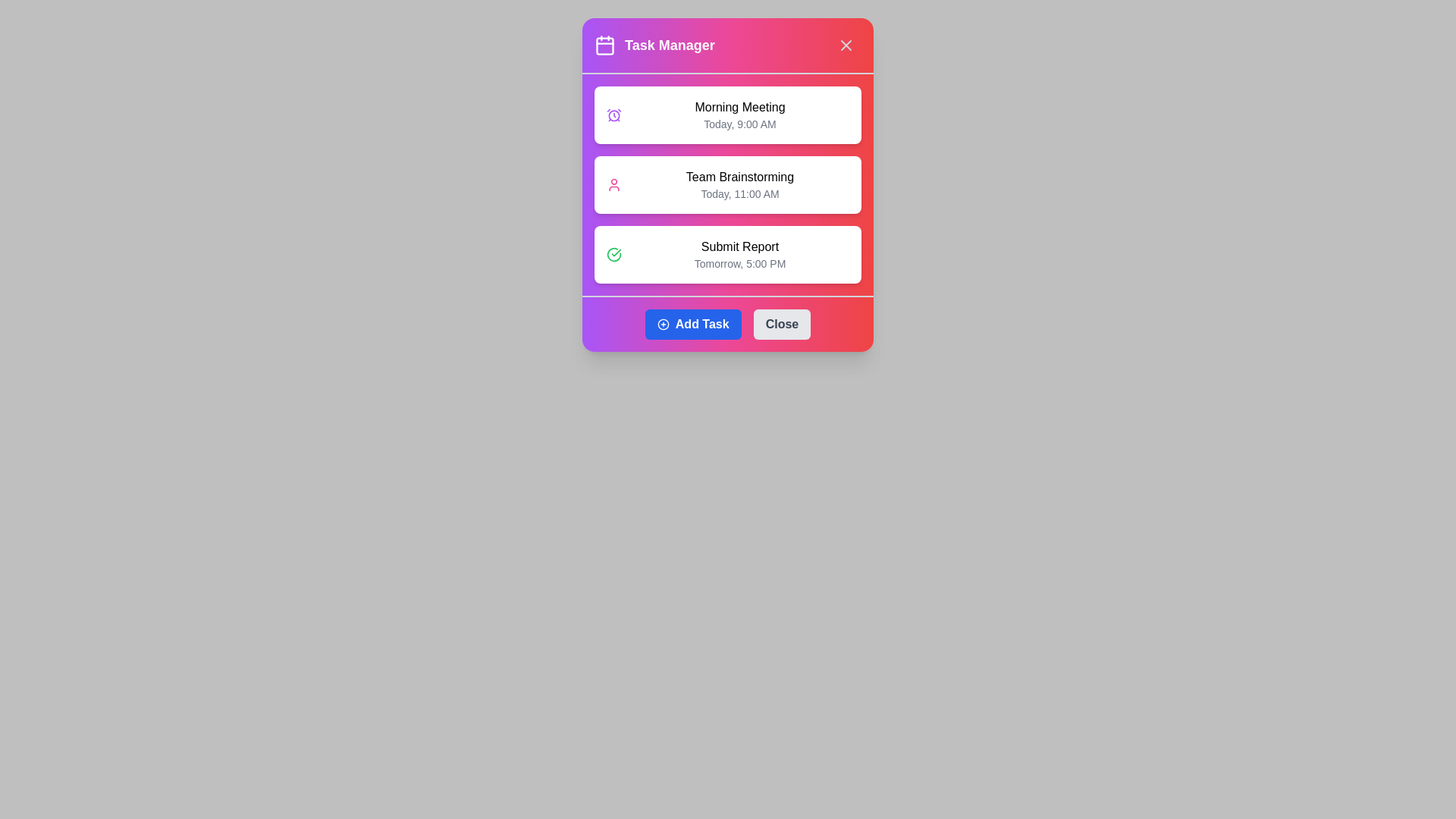  Describe the element at coordinates (614, 253) in the screenshot. I see `the circular green icon with a checkmark in the 'Submit Report' section for inspection` at that location.